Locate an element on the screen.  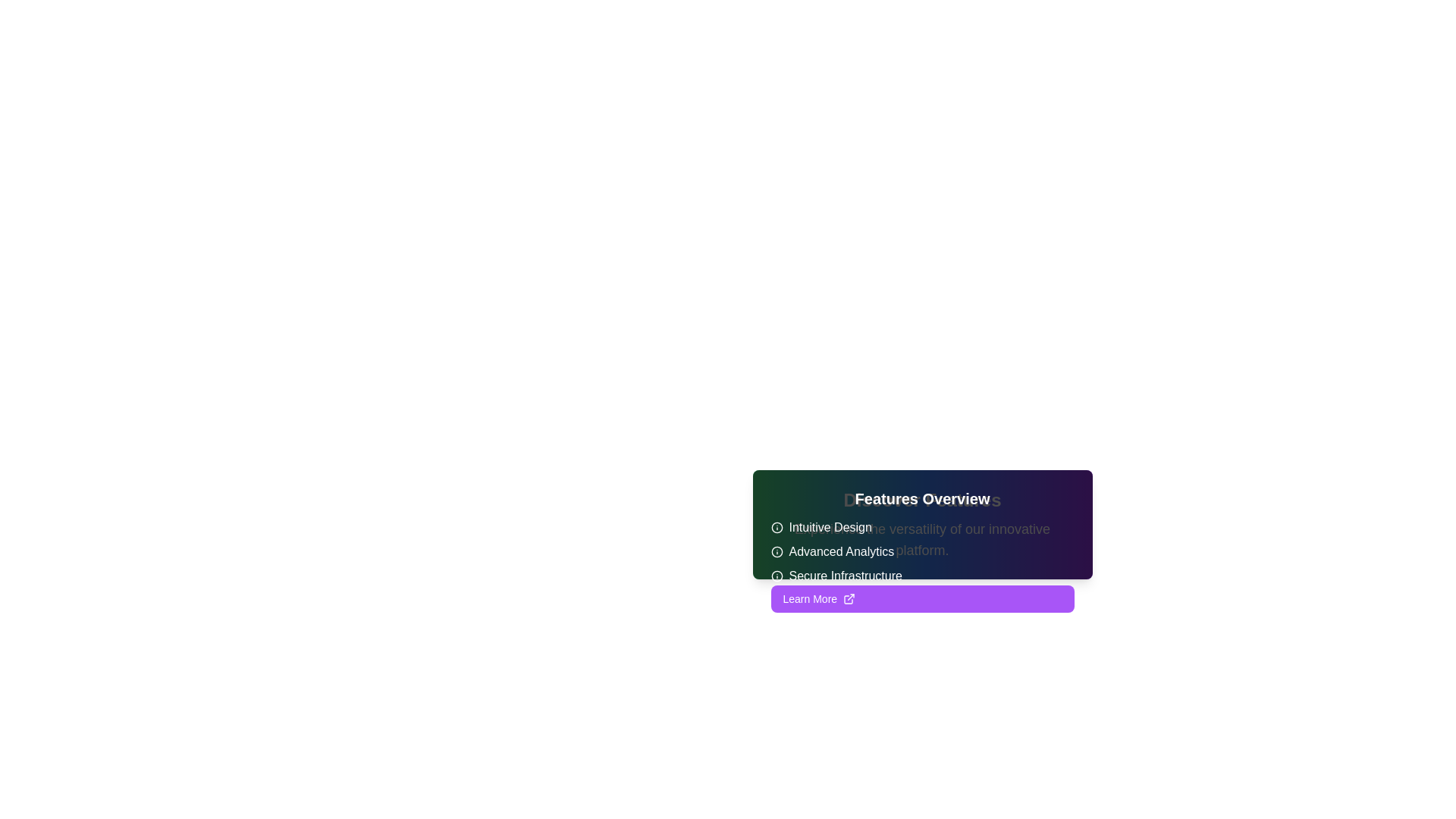
the Information panel with a gradient background containing the header 'Features Overview' and a list of features is located at coordinates (921, 523).